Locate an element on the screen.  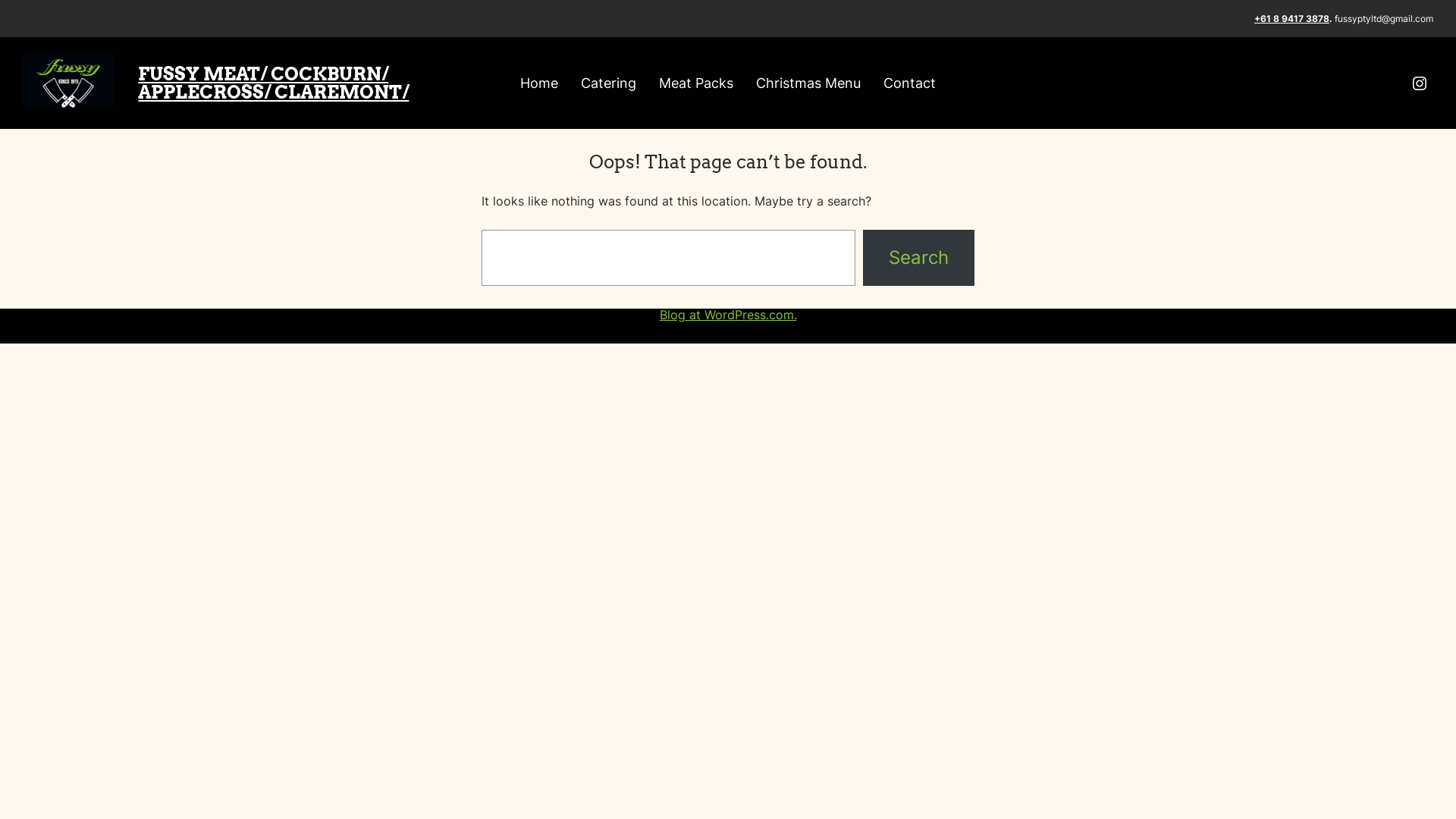
'Blog at WordPress.com.' is located at coordinates (728, 314).